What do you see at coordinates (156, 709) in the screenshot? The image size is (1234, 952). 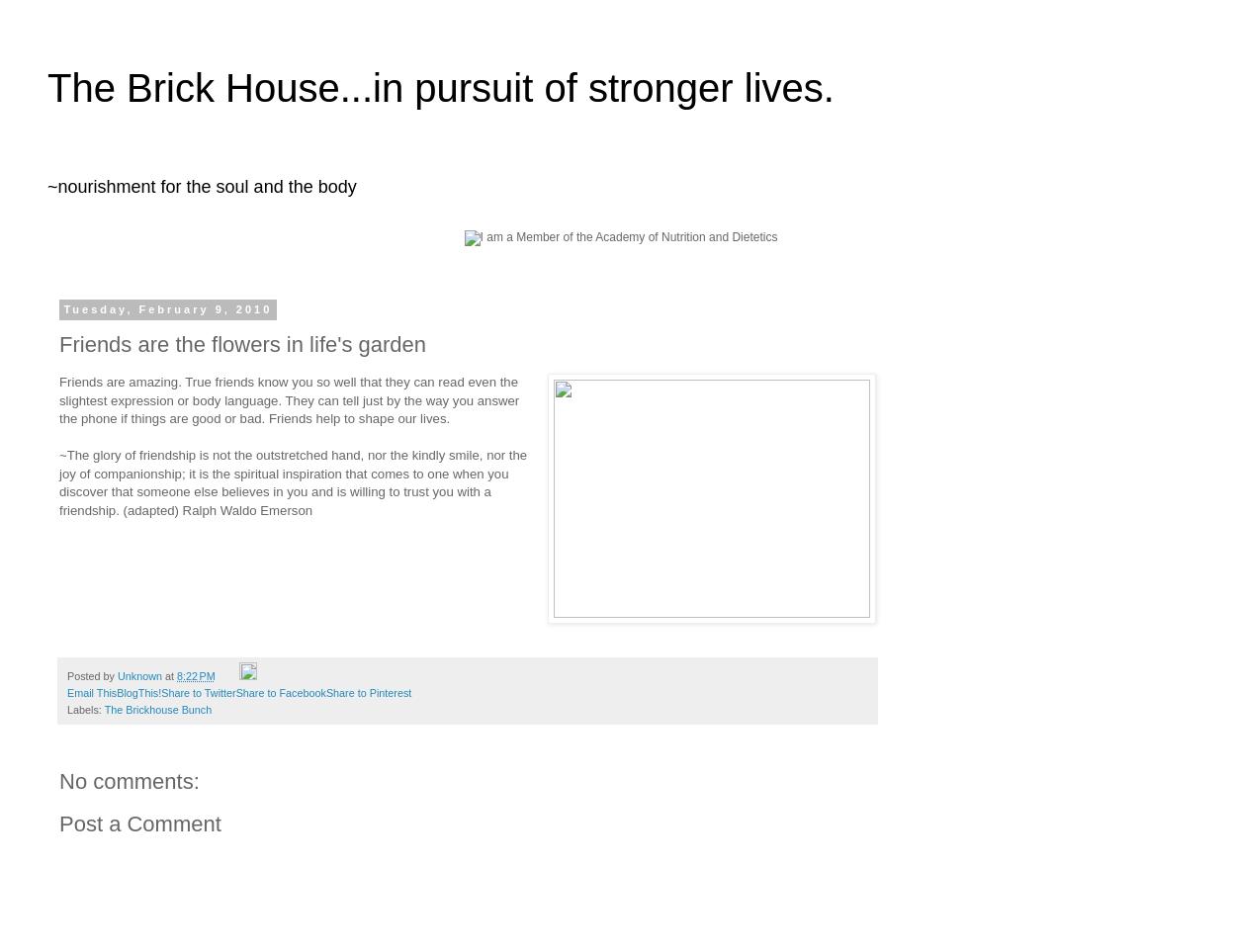 I see `'The Brickhouse Bunch'` at bounding box center [156, 709].